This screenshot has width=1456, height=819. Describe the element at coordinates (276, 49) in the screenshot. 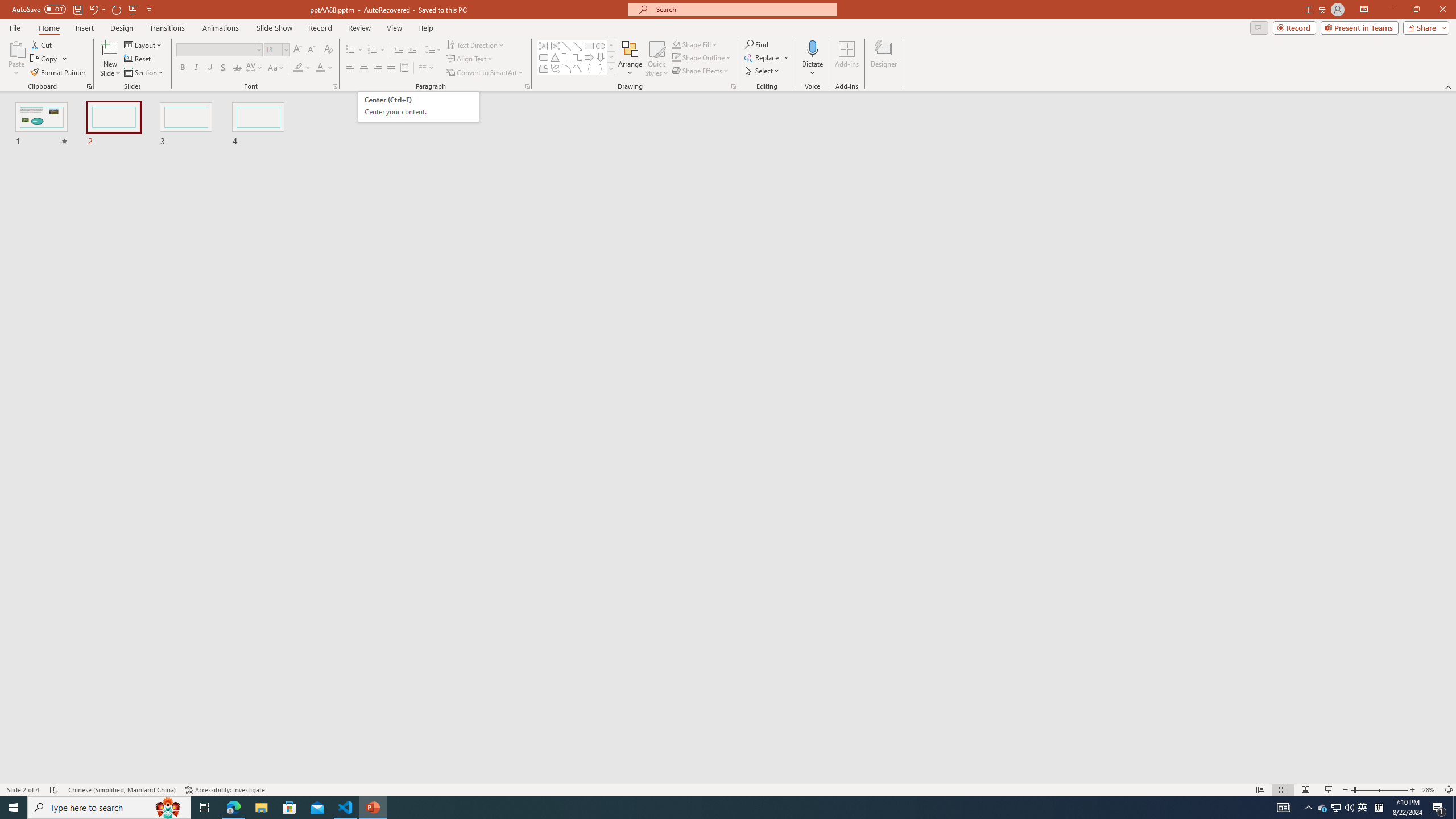

I see `'Font Size'` at that location.